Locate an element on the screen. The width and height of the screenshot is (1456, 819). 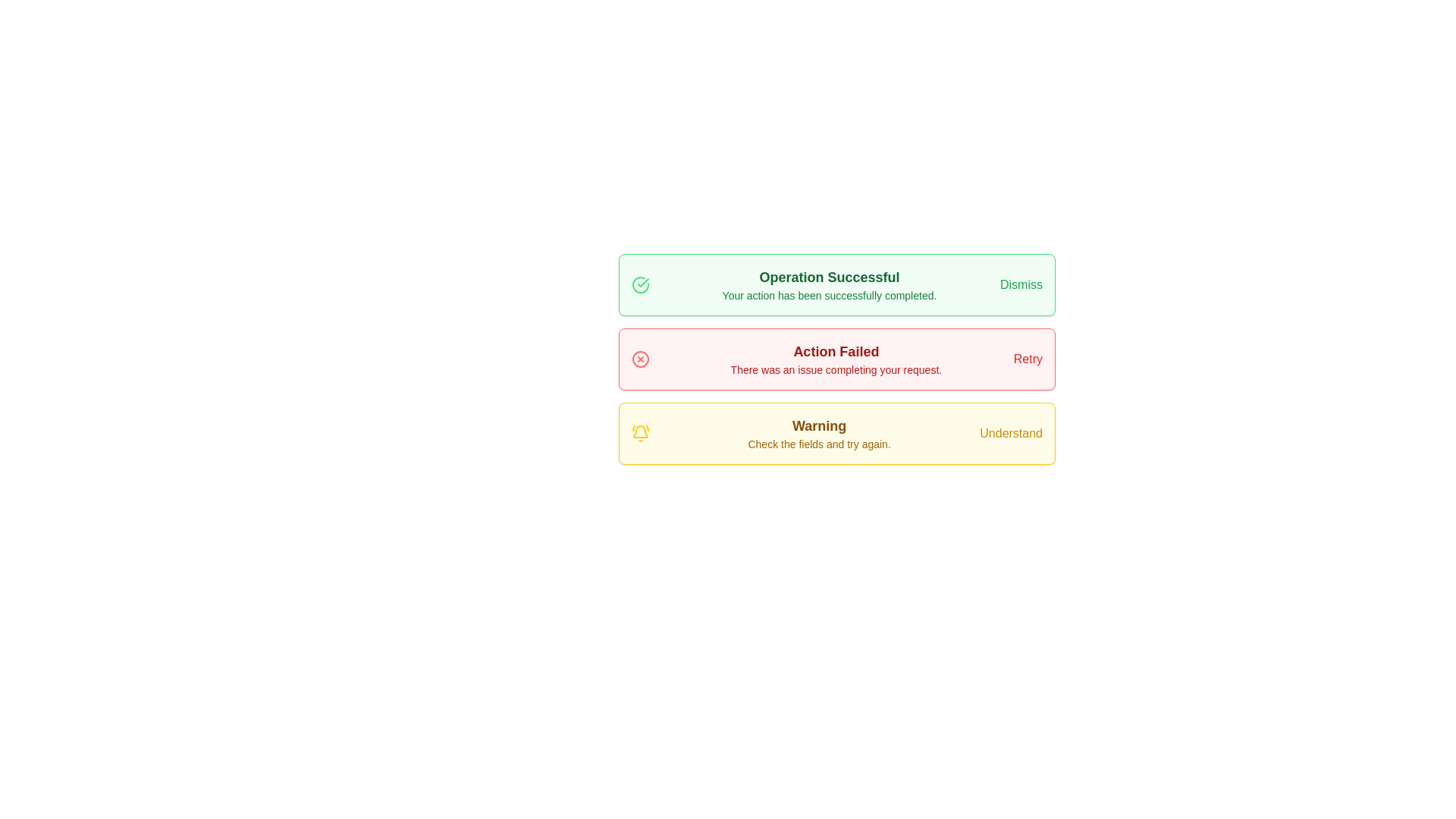
the Notification banner that prompts the user to acknowledge a warning message, located below the 'Action Failed' notification is located at coordinates (836, 433).